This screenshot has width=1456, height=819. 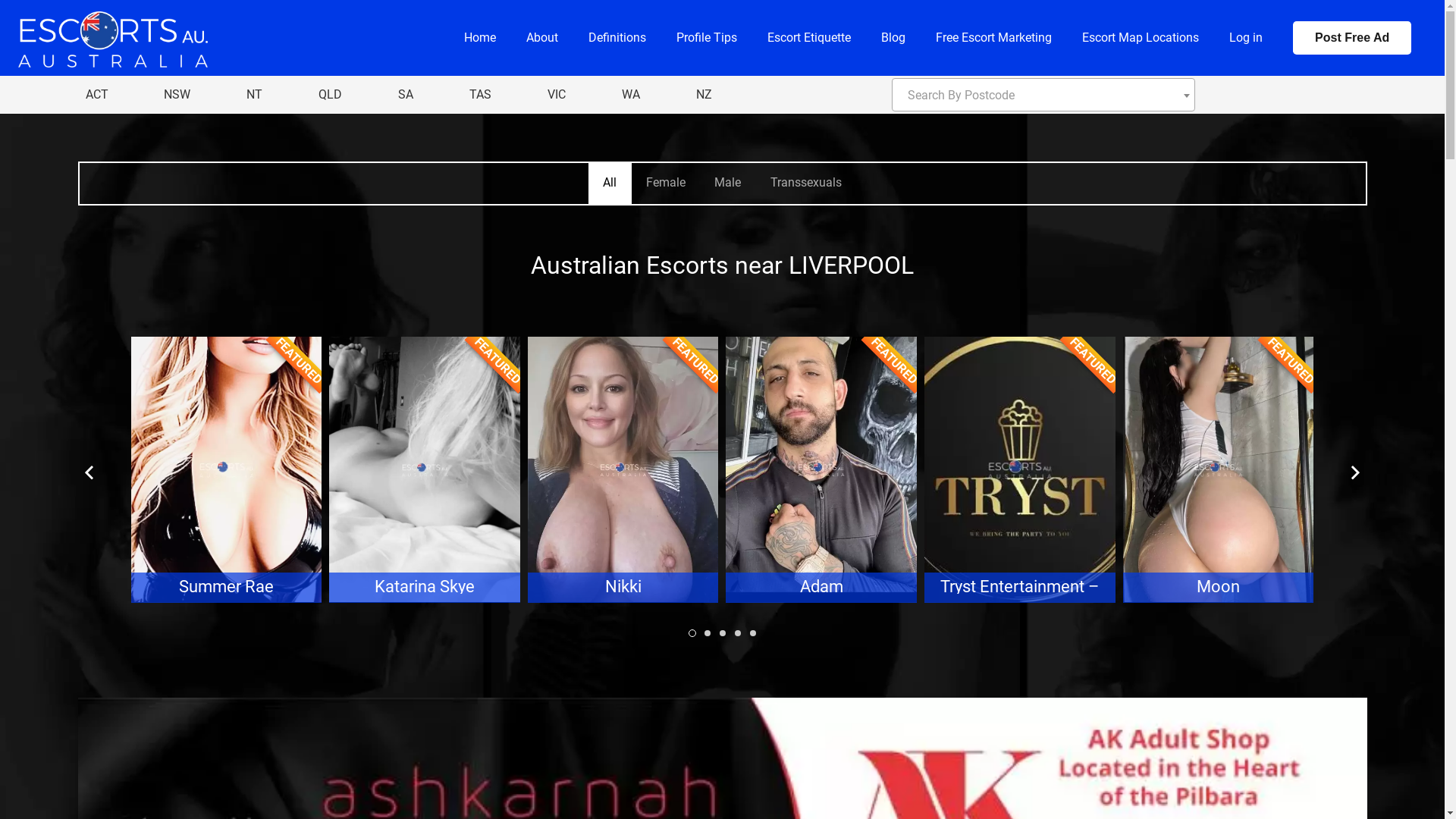 What do you see at coordinates (687, 94) in the screenshot?
I see `'NZ'` at bounding box center [687, 94].